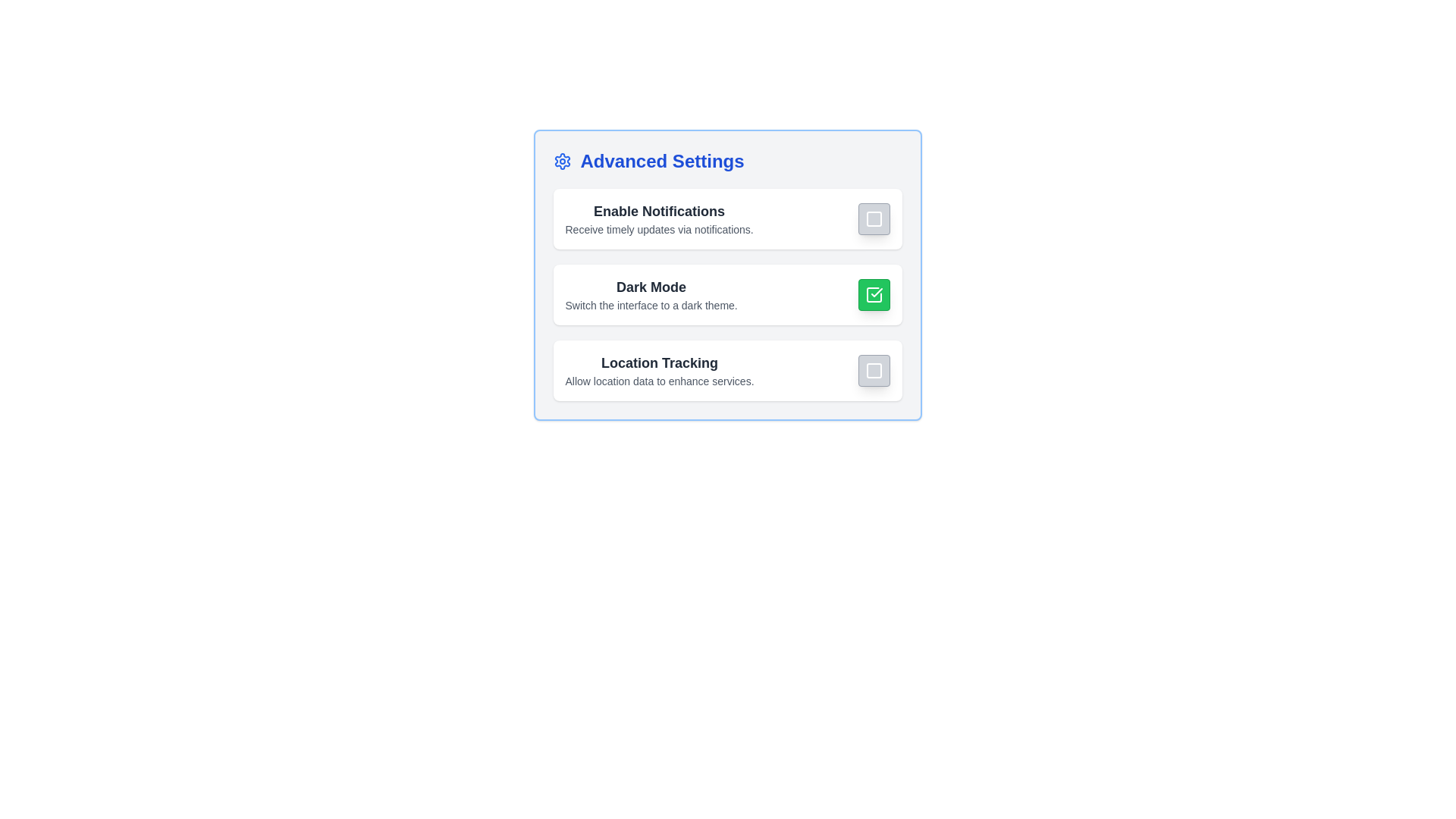 The width and height of the screenshot is (1456, 819). What do you see at coordinates (874, 219) in the screenshot?
I see `the graphical icon located in the top-right corner of the first row of the settings list, adjacent to the 'Enable Notifications' label` at bounding box center [874, 219].